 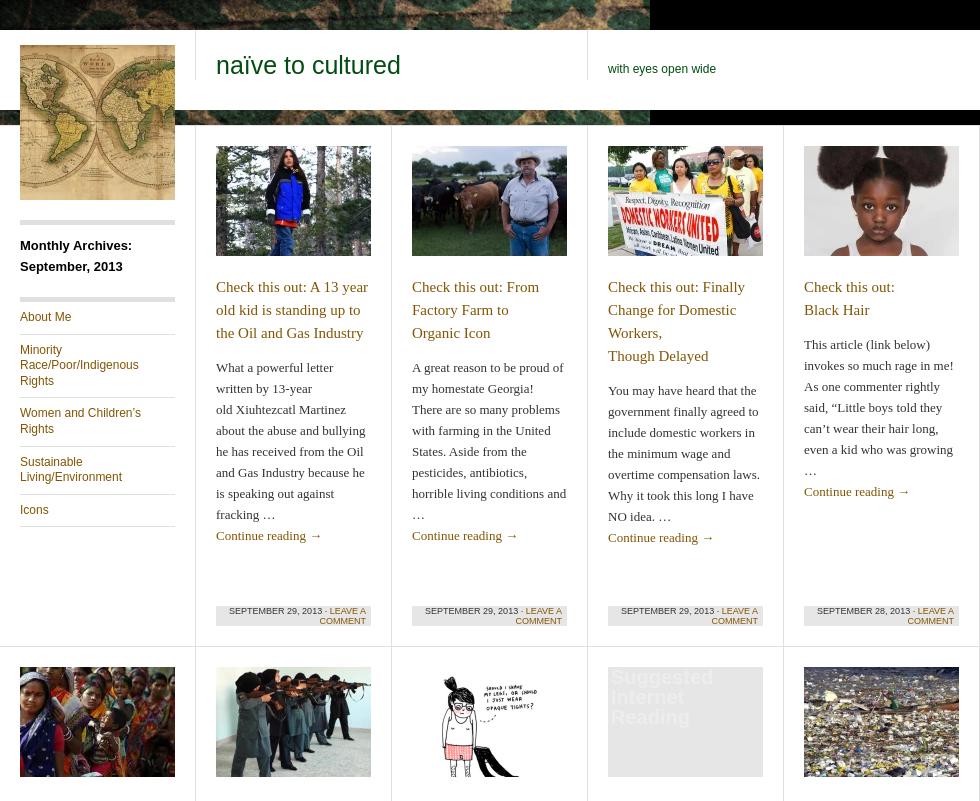 What do you see at coordinates (19, 317) in the screenshot?
I see `'About Me'` at bounding box center [19, 317].